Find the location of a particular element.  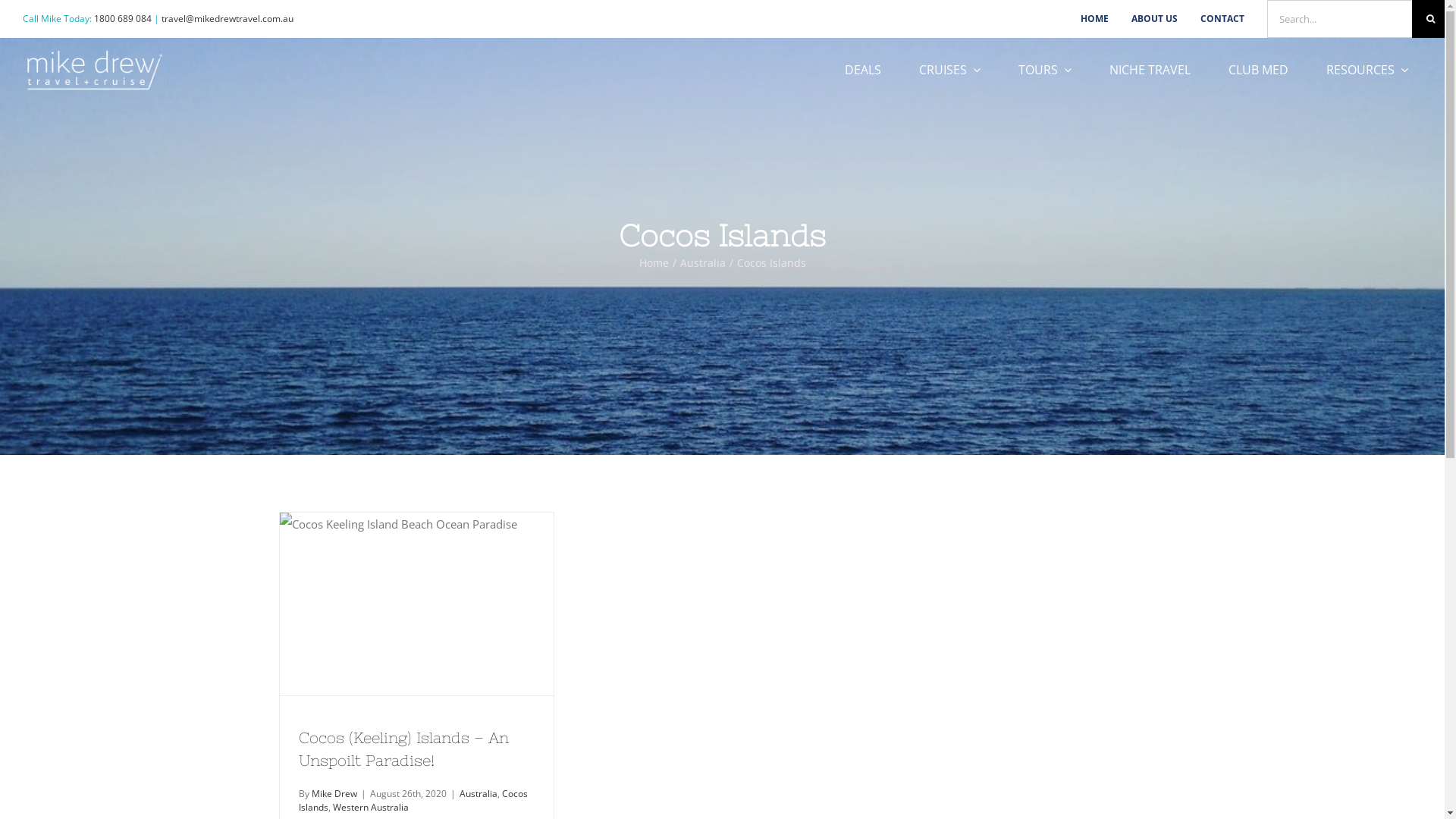

'1800 689 084' is located at coordinates (123, 18).